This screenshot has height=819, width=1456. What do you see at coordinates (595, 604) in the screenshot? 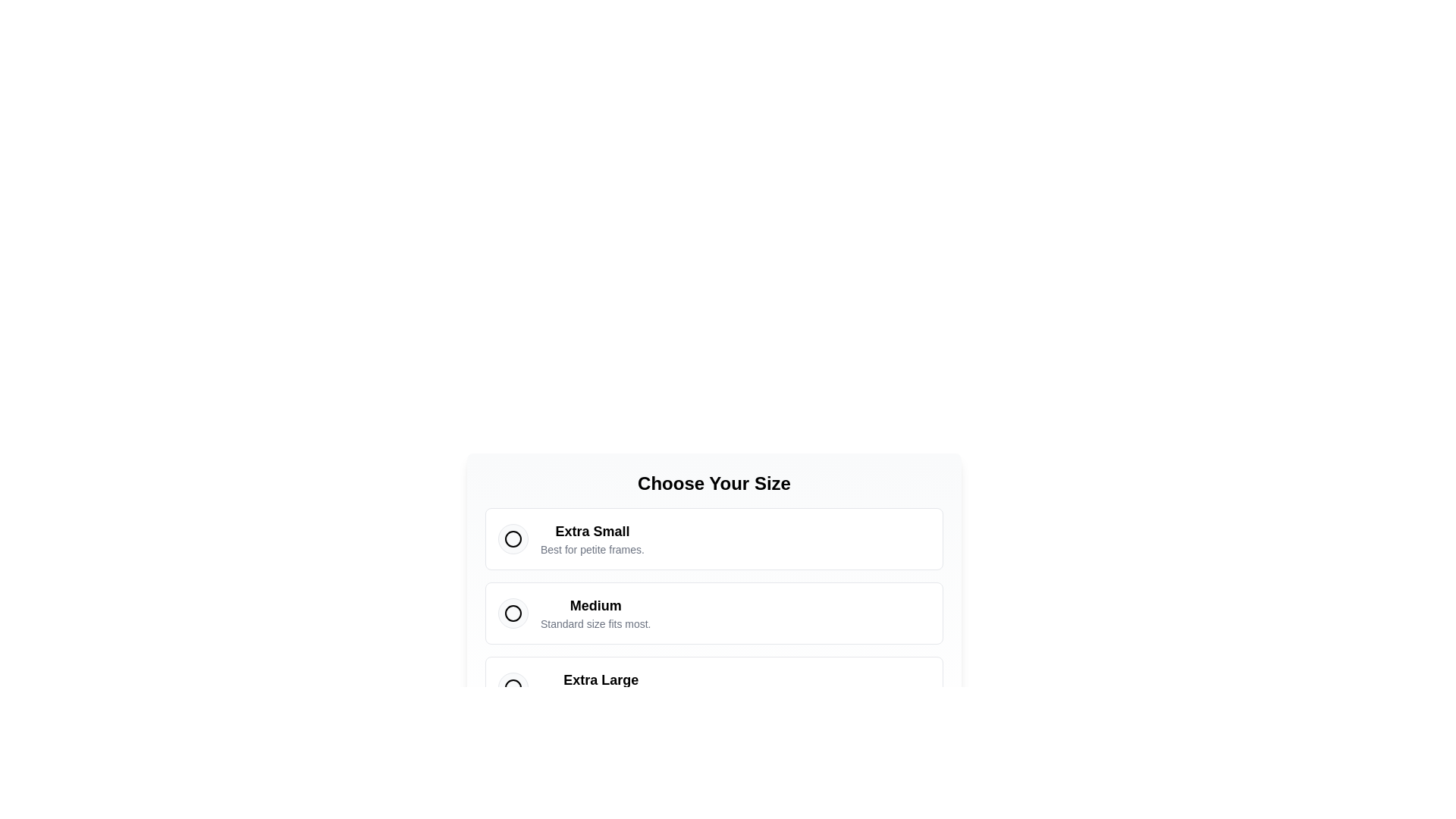
I see `text label displaying 'Medium' in bold type, which is positioned centrally within the size options list` at bounding box center [595, 604].